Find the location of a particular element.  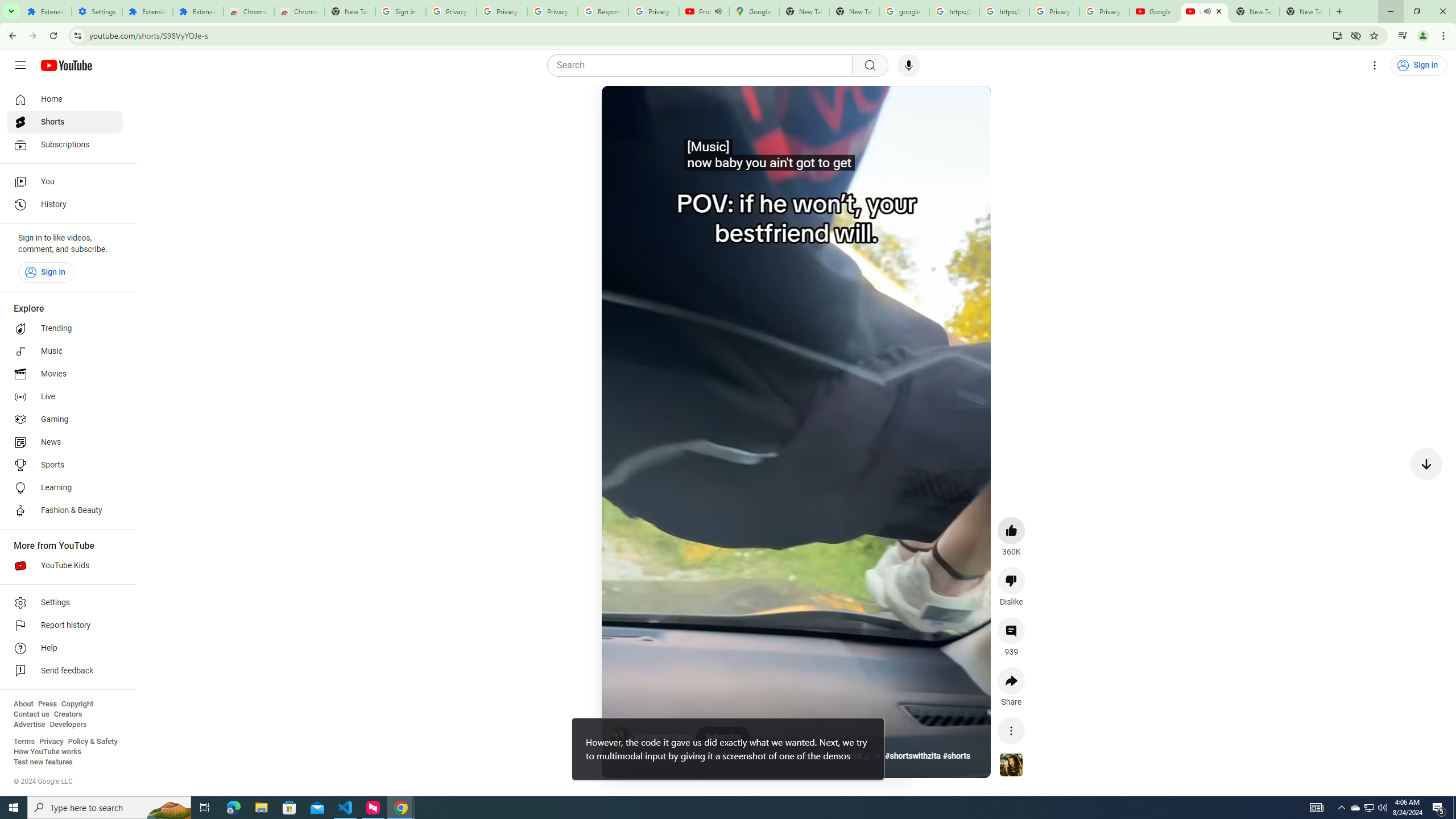

'Search' is located at coordinates (702, 65).